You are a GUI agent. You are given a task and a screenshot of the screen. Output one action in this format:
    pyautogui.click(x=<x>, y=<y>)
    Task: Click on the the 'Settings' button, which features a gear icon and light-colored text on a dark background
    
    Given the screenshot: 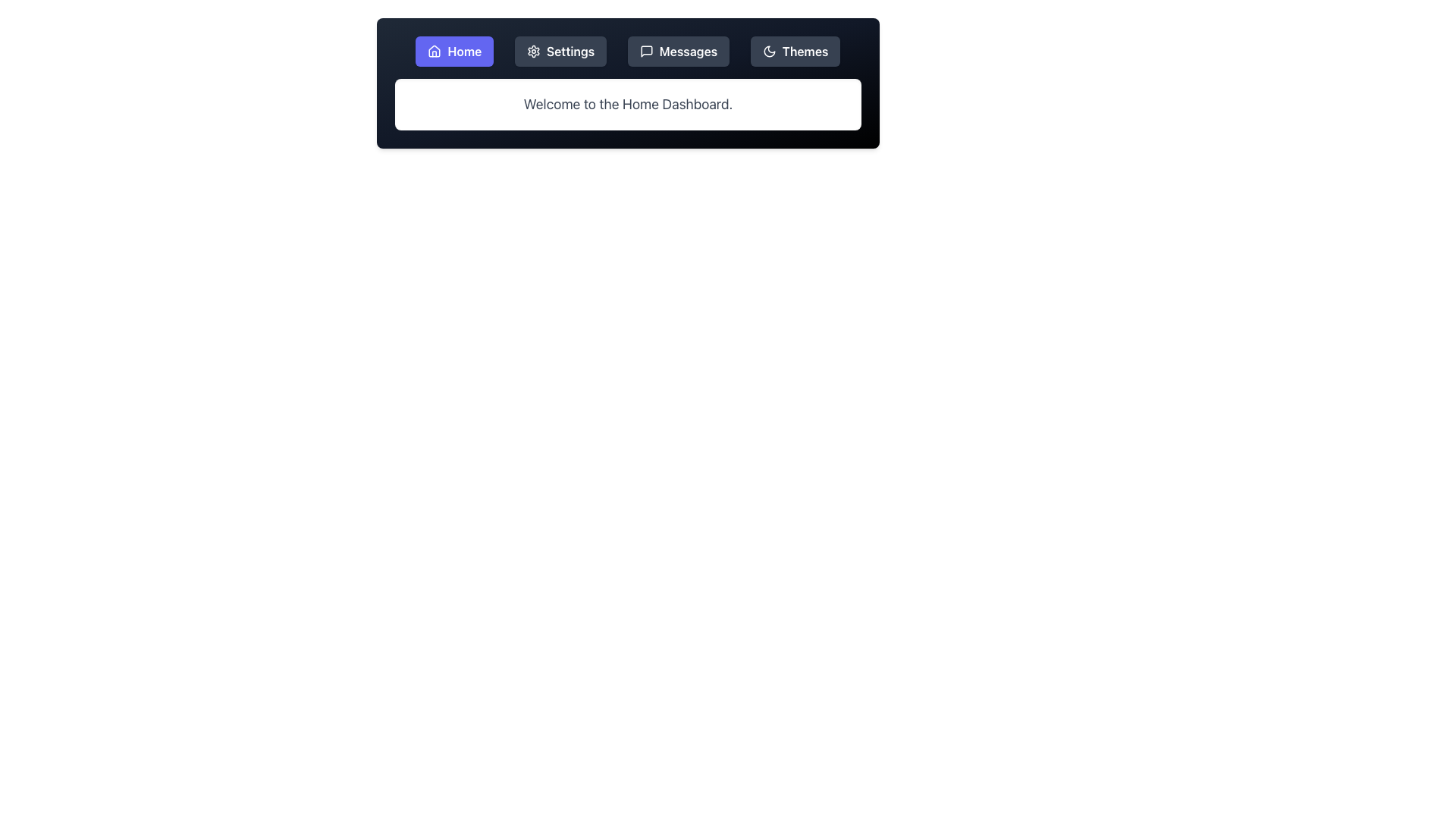 What is the action you would take?
    pyautogui.click(x=560, y=51)
    